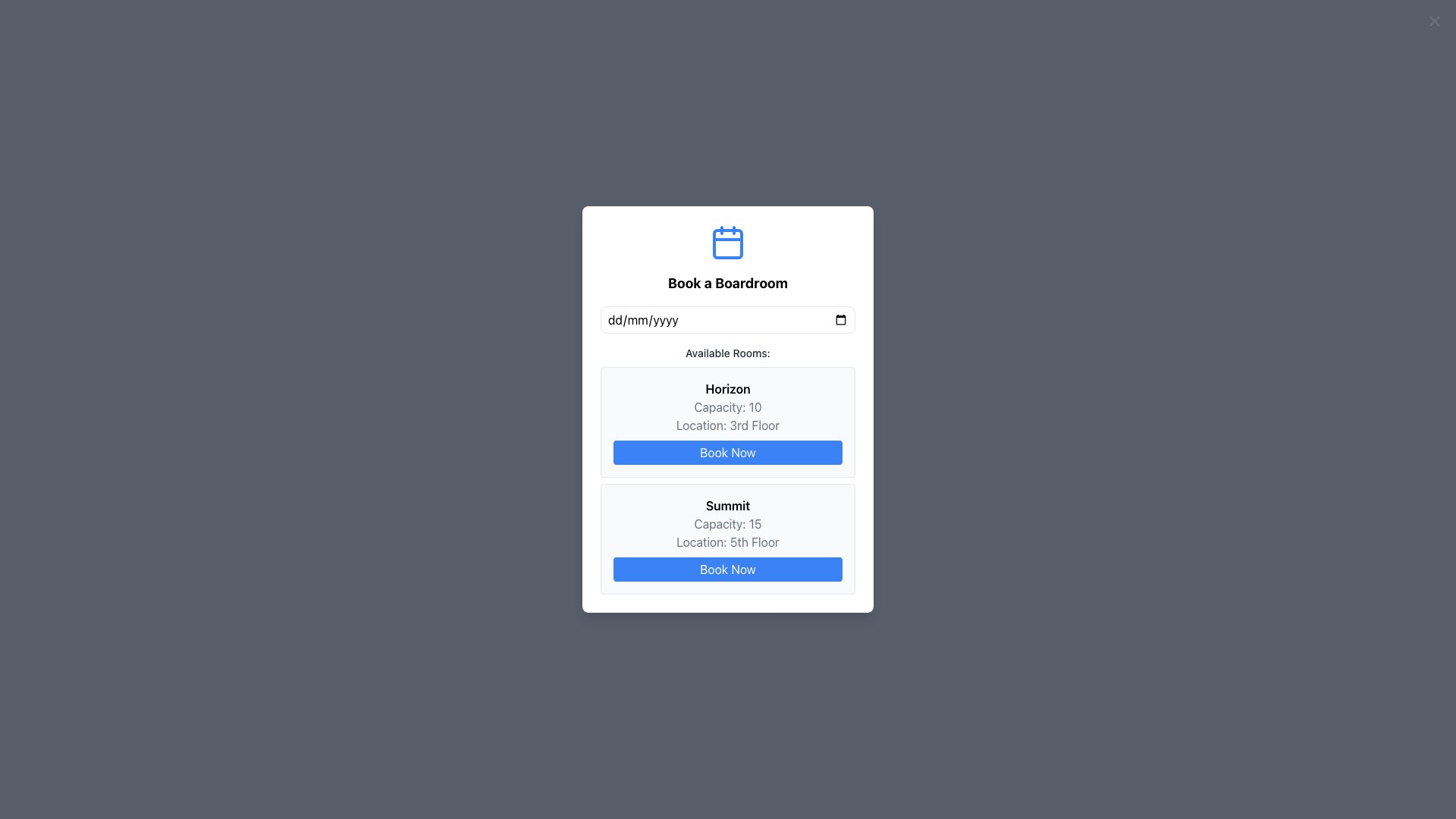 The image size is (1456, 819). What do you see at coordinates (728, 388) in the screenshot?
I see `text label displaying 'Horizon' in bold font, which is located at the center of the card interface` at bounding box center [728, 388].